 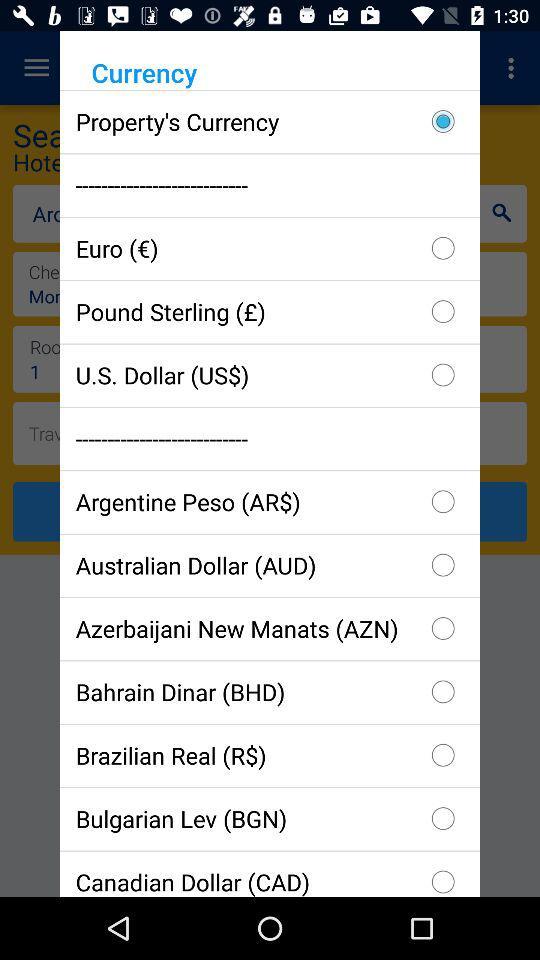 I want to click on icon above bulgarian lev (bgn) item, so click(x=270, y=754).